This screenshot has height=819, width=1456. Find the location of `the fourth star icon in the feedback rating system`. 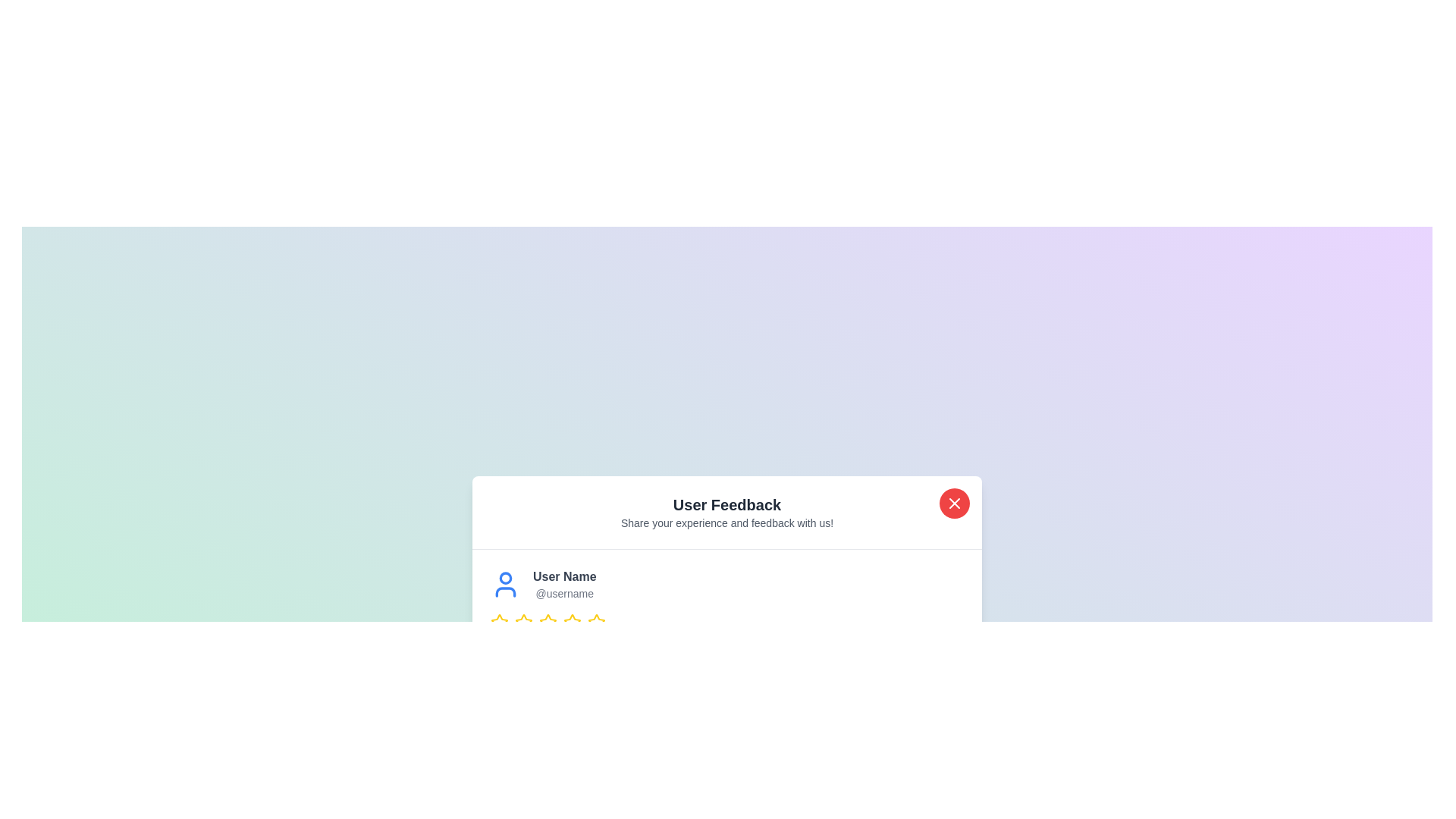

the fourth star icon in the feedback rating system is located at coordinates (571, 622).